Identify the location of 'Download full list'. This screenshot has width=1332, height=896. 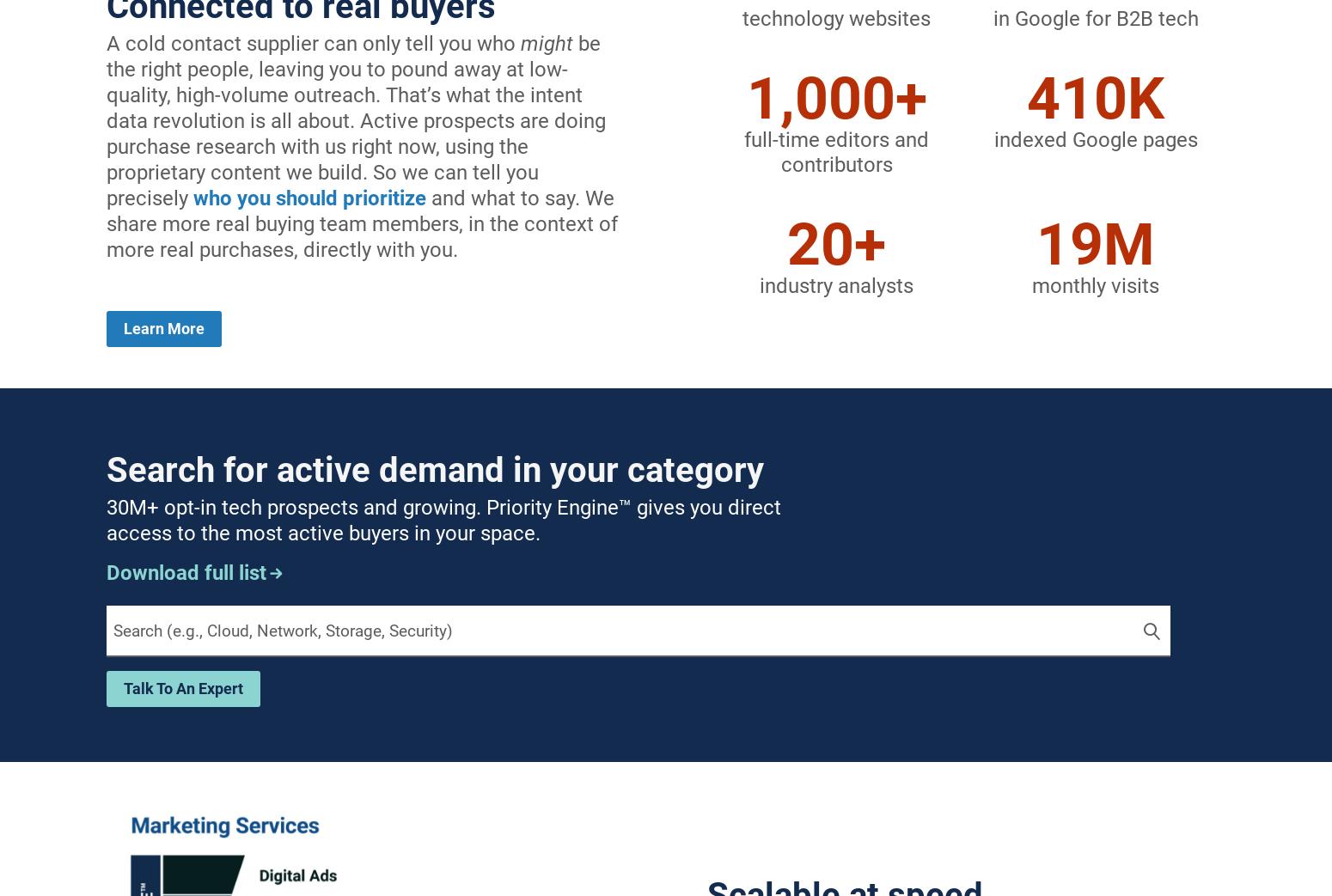
(186, 571).